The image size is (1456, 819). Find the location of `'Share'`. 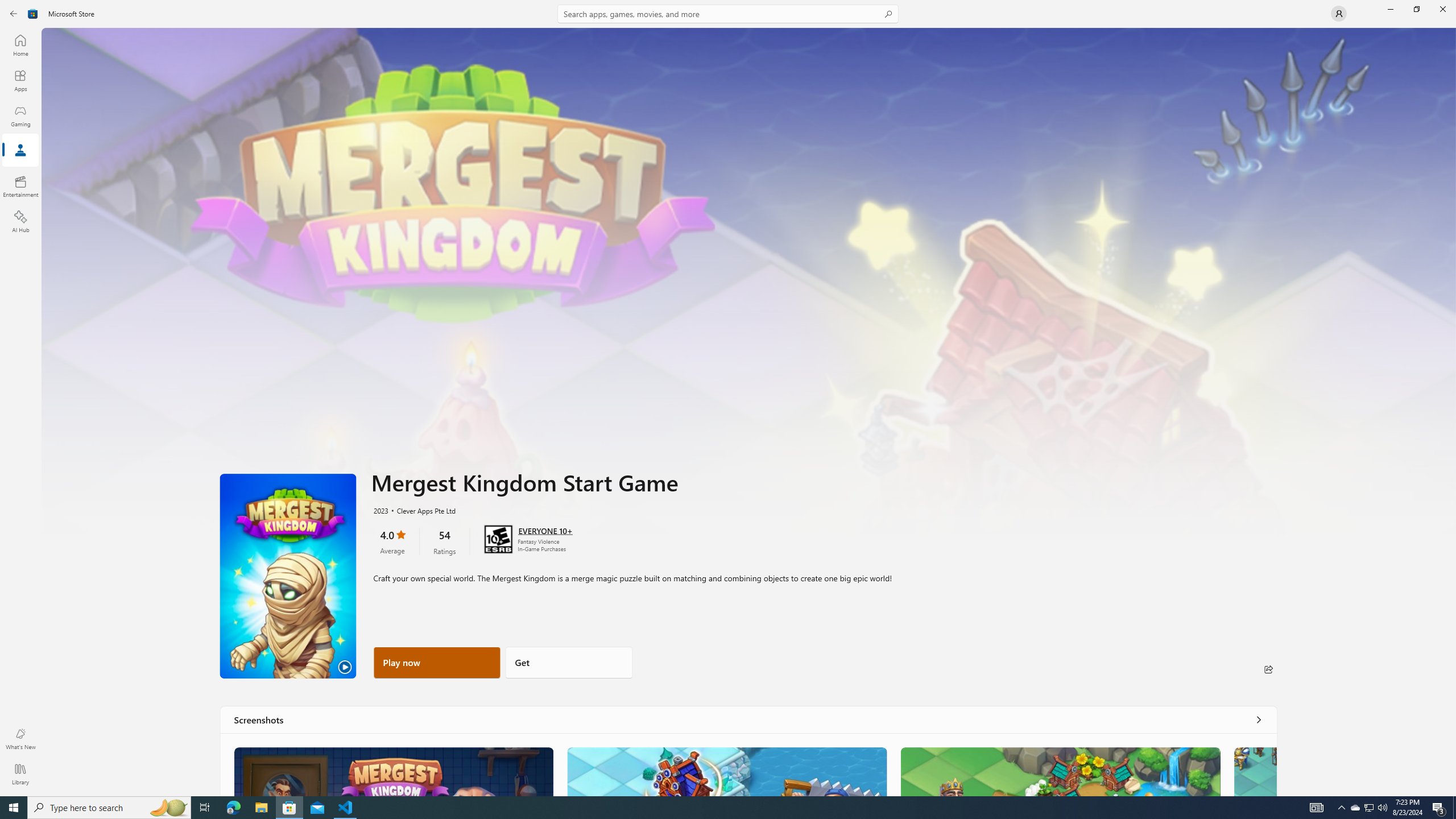

'Share' is located at coordinates (1268, 668).